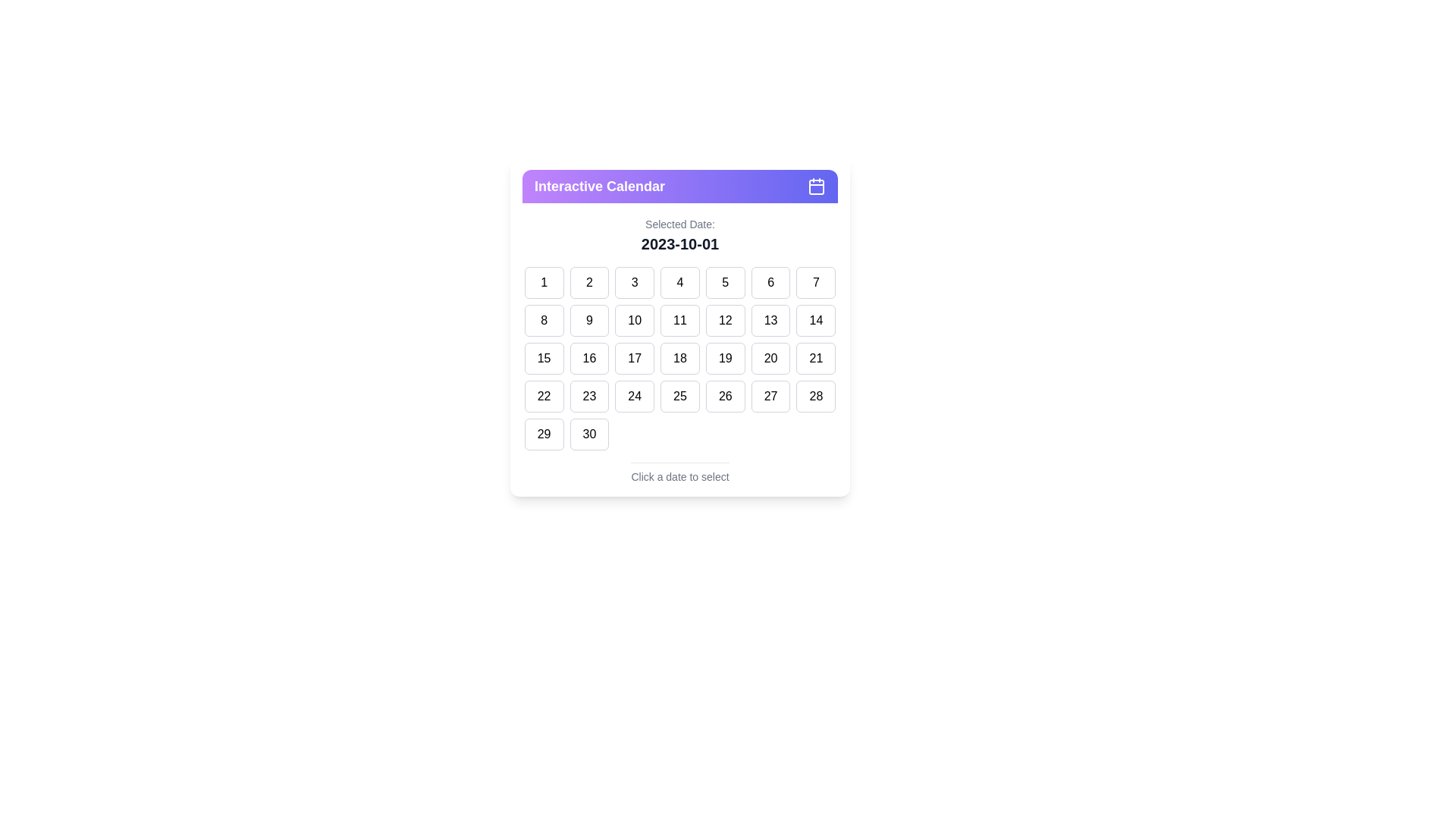 This screenshot has height=819, width=1456. I want to click on the calendar date tile displaying the number '19' in bold black font, so click(724, 359).